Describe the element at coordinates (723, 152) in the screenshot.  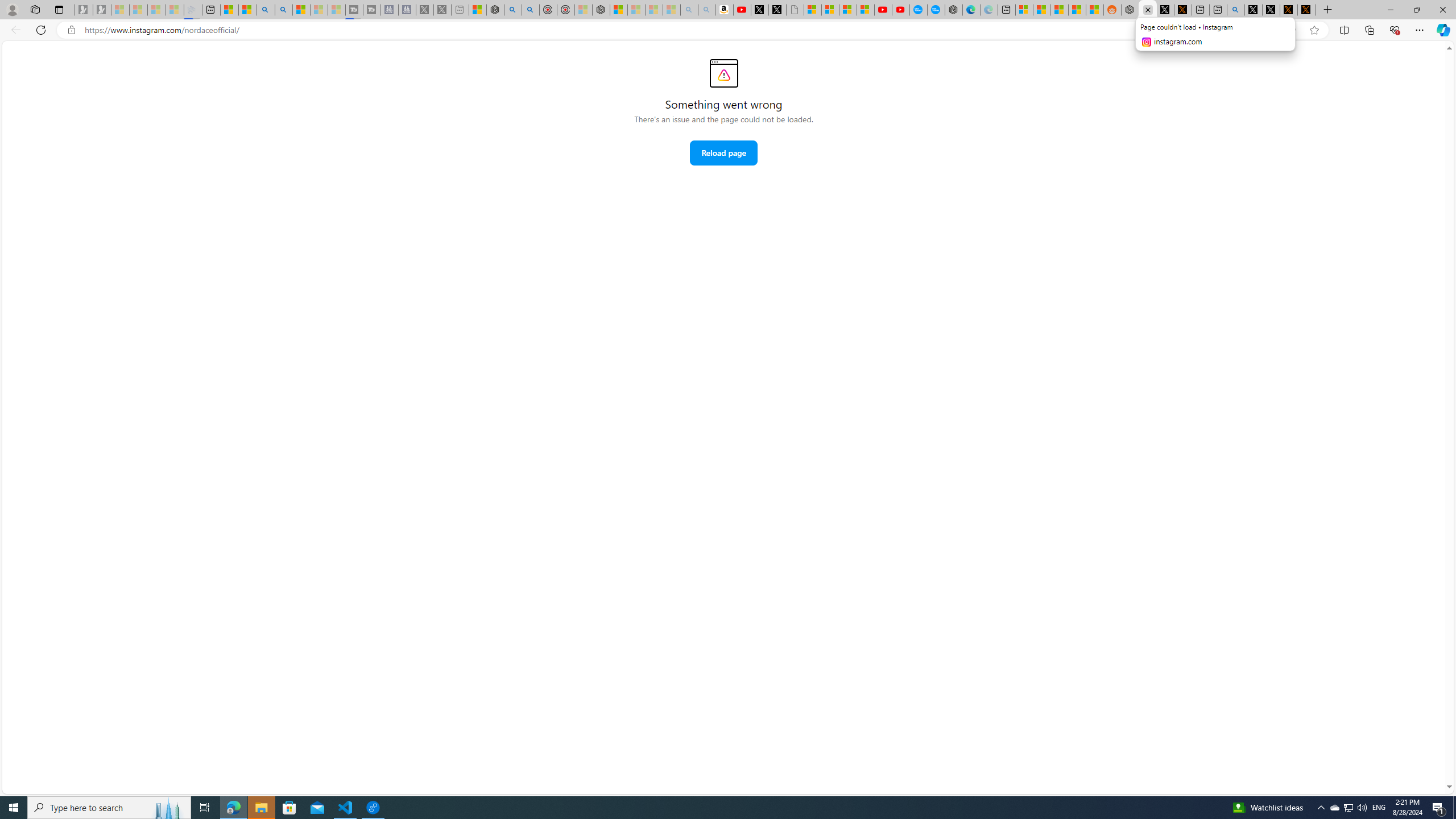
I see `'Reload page'` at that location.